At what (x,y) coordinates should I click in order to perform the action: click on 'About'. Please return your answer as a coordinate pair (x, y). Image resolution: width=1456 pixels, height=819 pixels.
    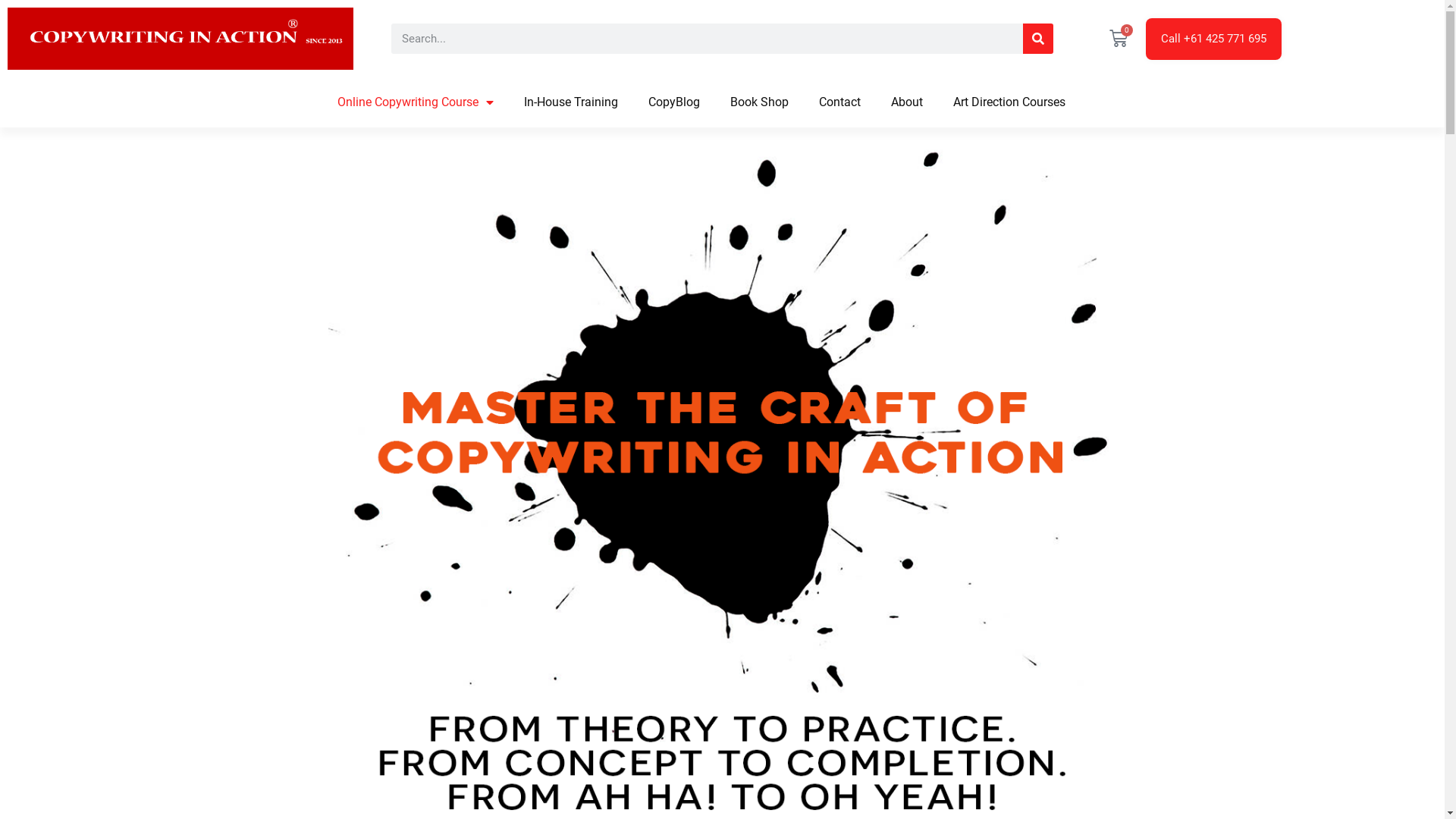
    Looking at the image, I should click on (906, 102).